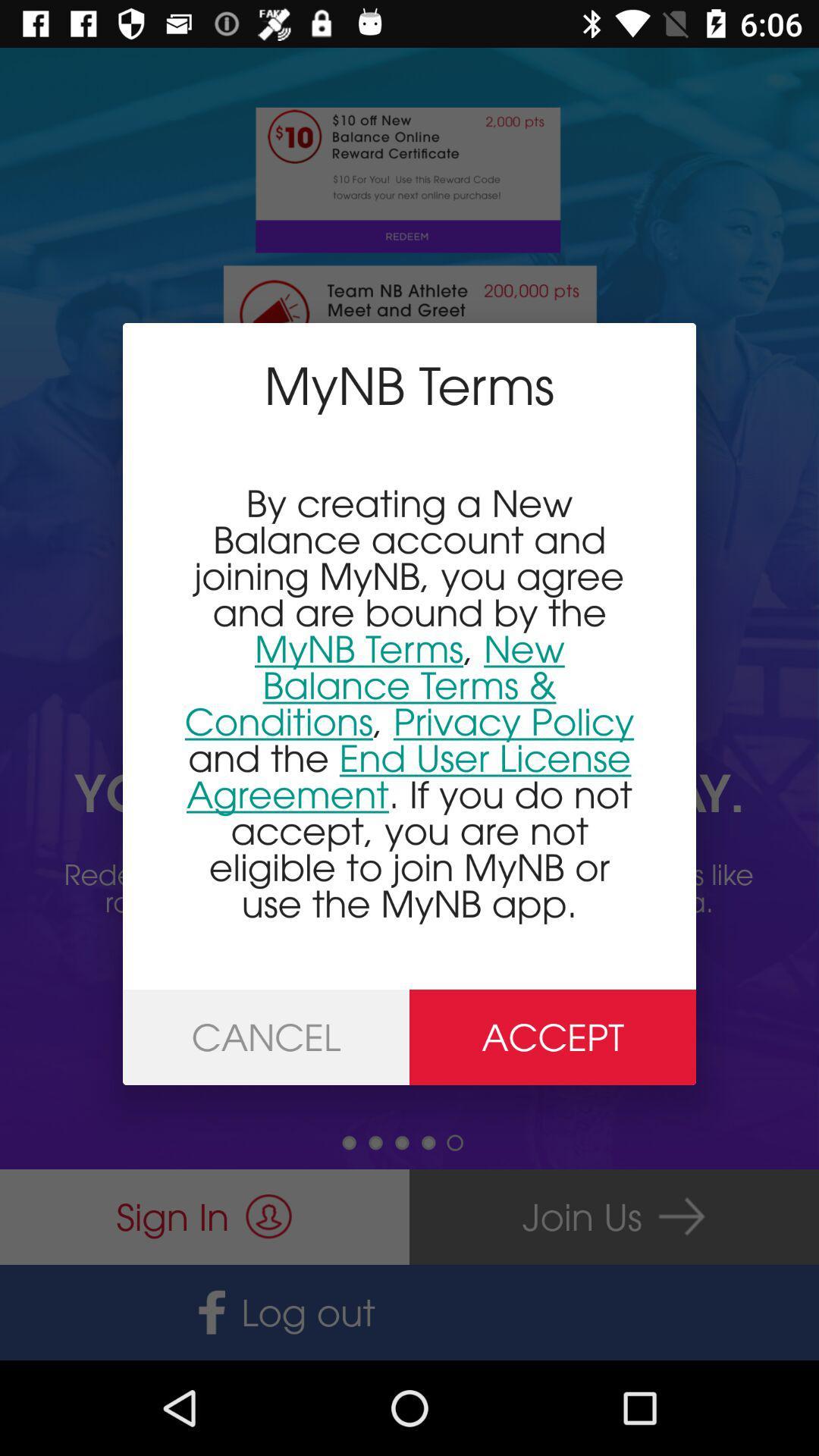 This screenshot has height=1456, width=819. Describe the element at coordinates (265, 1037) in the screenshot. I see `item at the bottom left corner` at that location.